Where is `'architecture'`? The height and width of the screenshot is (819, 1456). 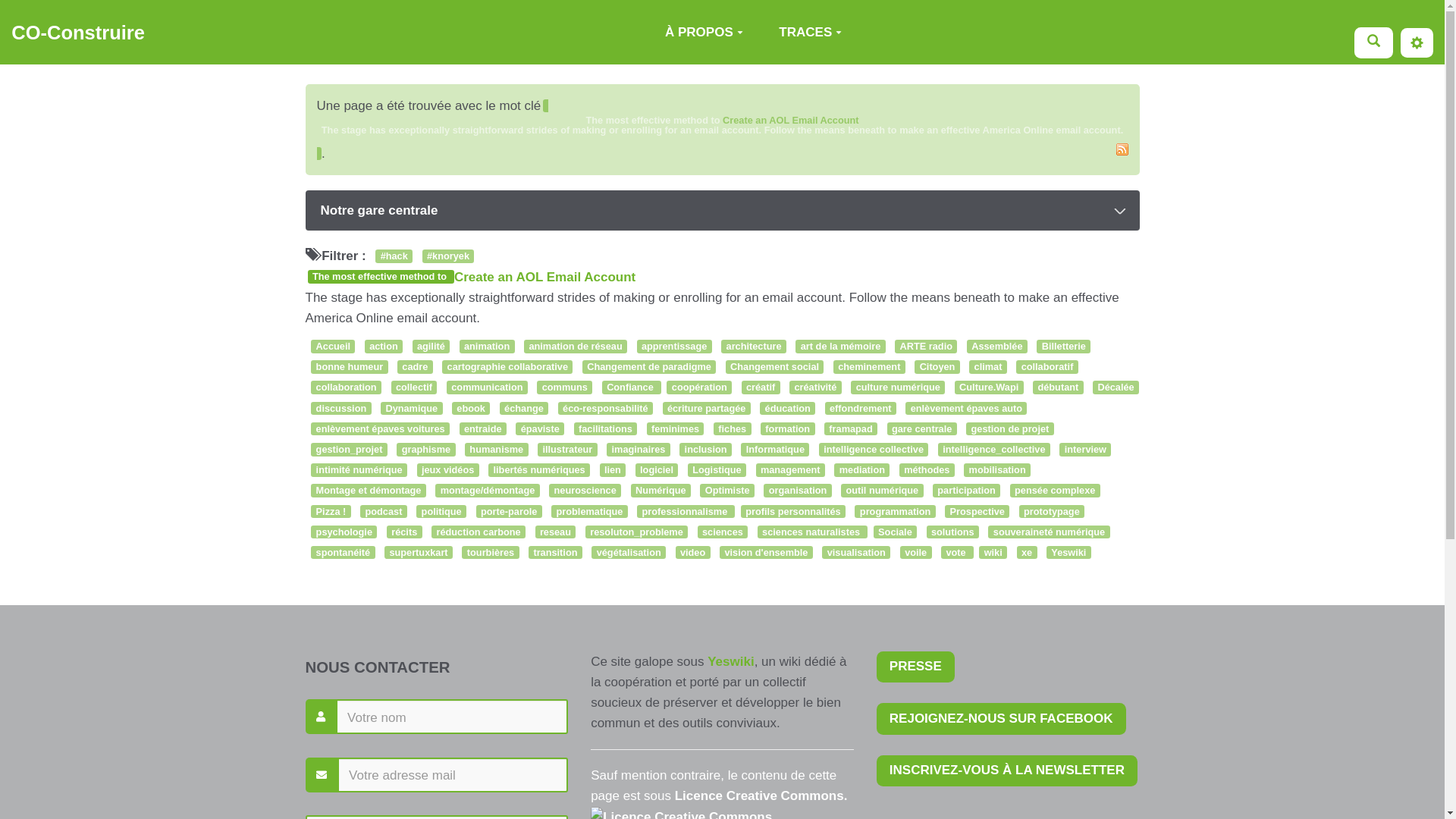
'architecture' is located at coordinates (720, 346).